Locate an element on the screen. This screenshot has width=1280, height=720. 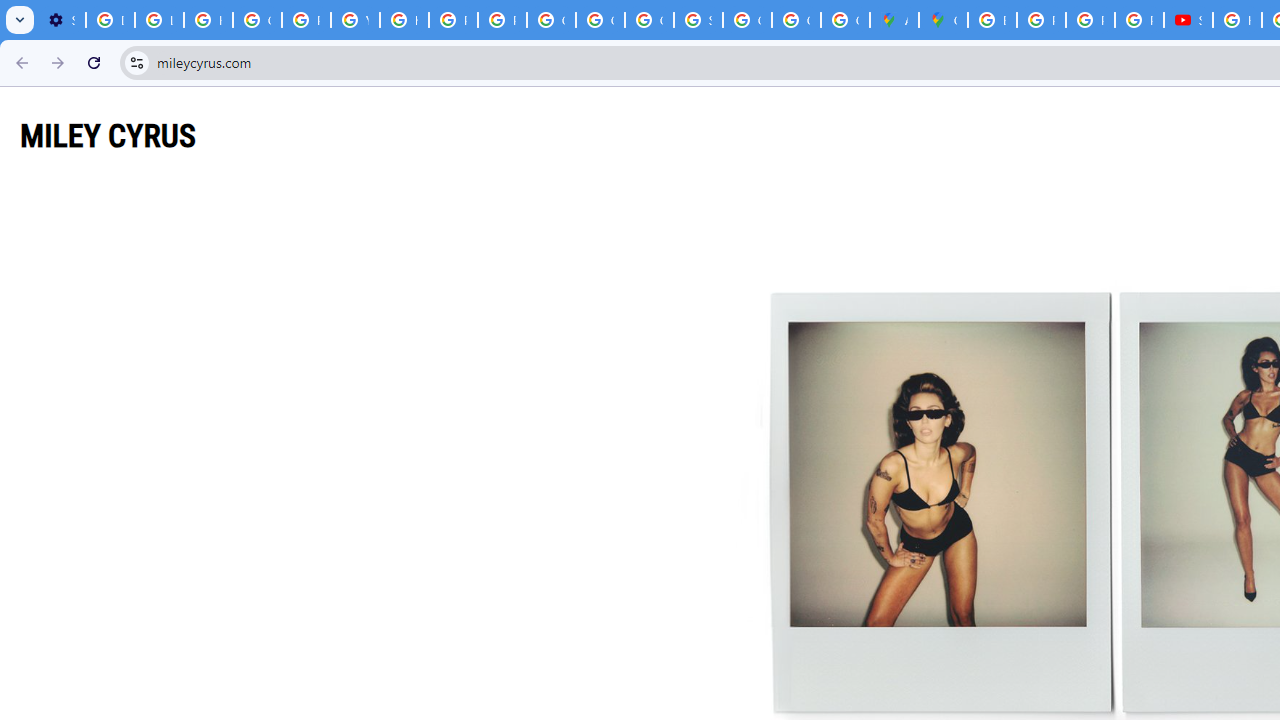
'Google Account Help' is located at coordinates (256, 20).